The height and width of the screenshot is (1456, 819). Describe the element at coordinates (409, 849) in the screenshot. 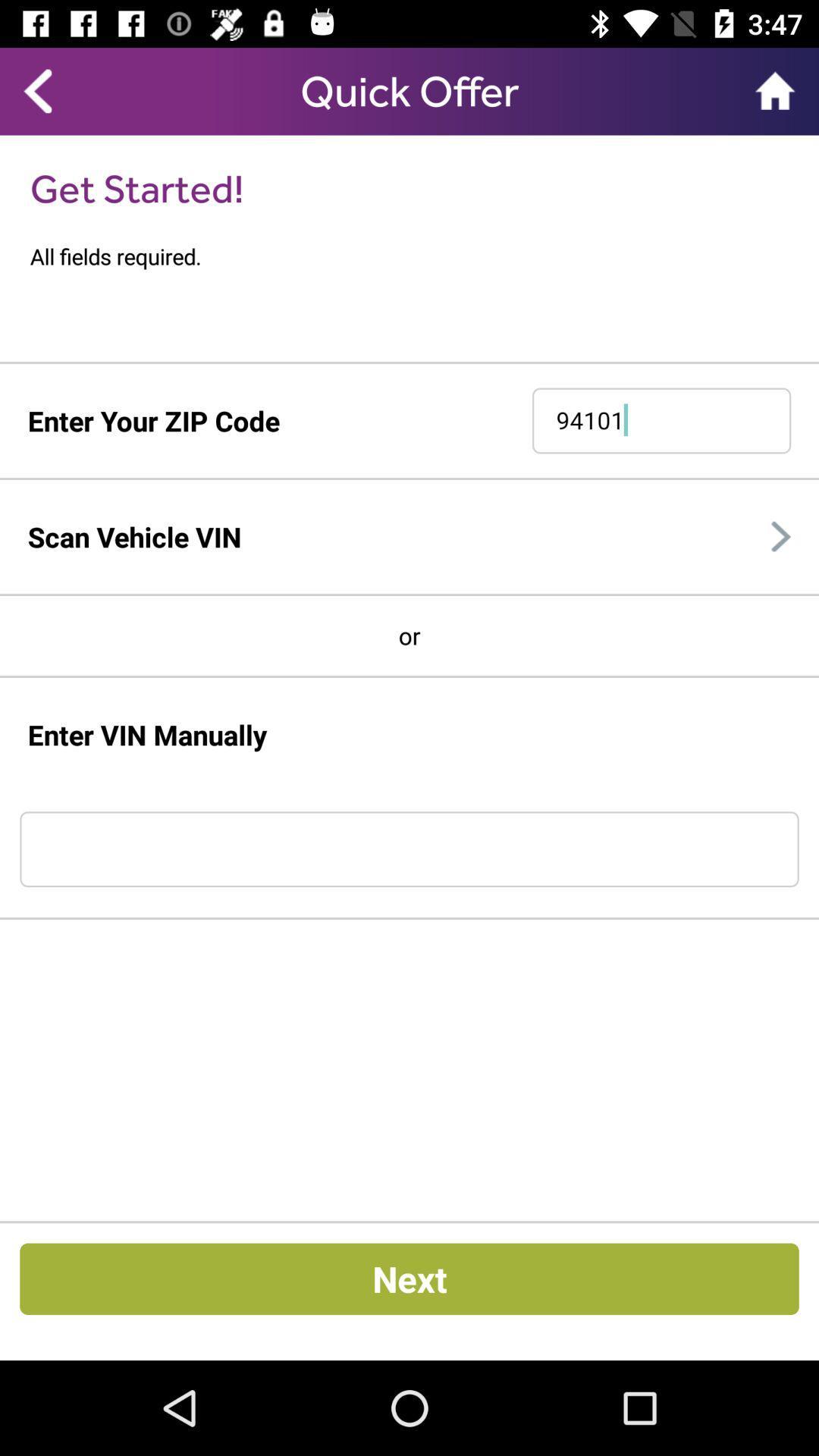

I see `vin manually` at that location.